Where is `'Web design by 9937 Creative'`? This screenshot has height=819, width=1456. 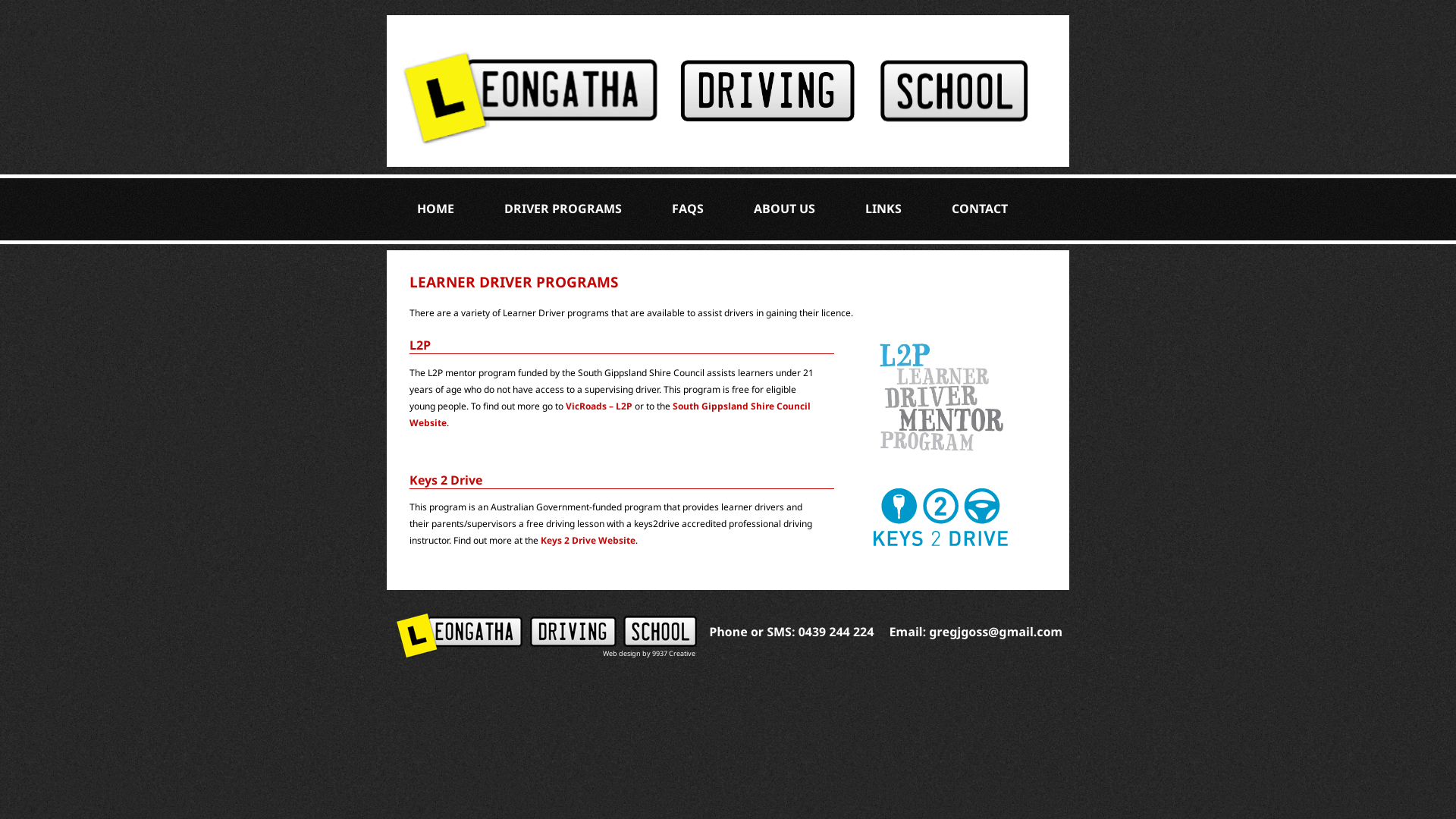
'Web design by 9937 Creative' is located at coordinates (602, 652).